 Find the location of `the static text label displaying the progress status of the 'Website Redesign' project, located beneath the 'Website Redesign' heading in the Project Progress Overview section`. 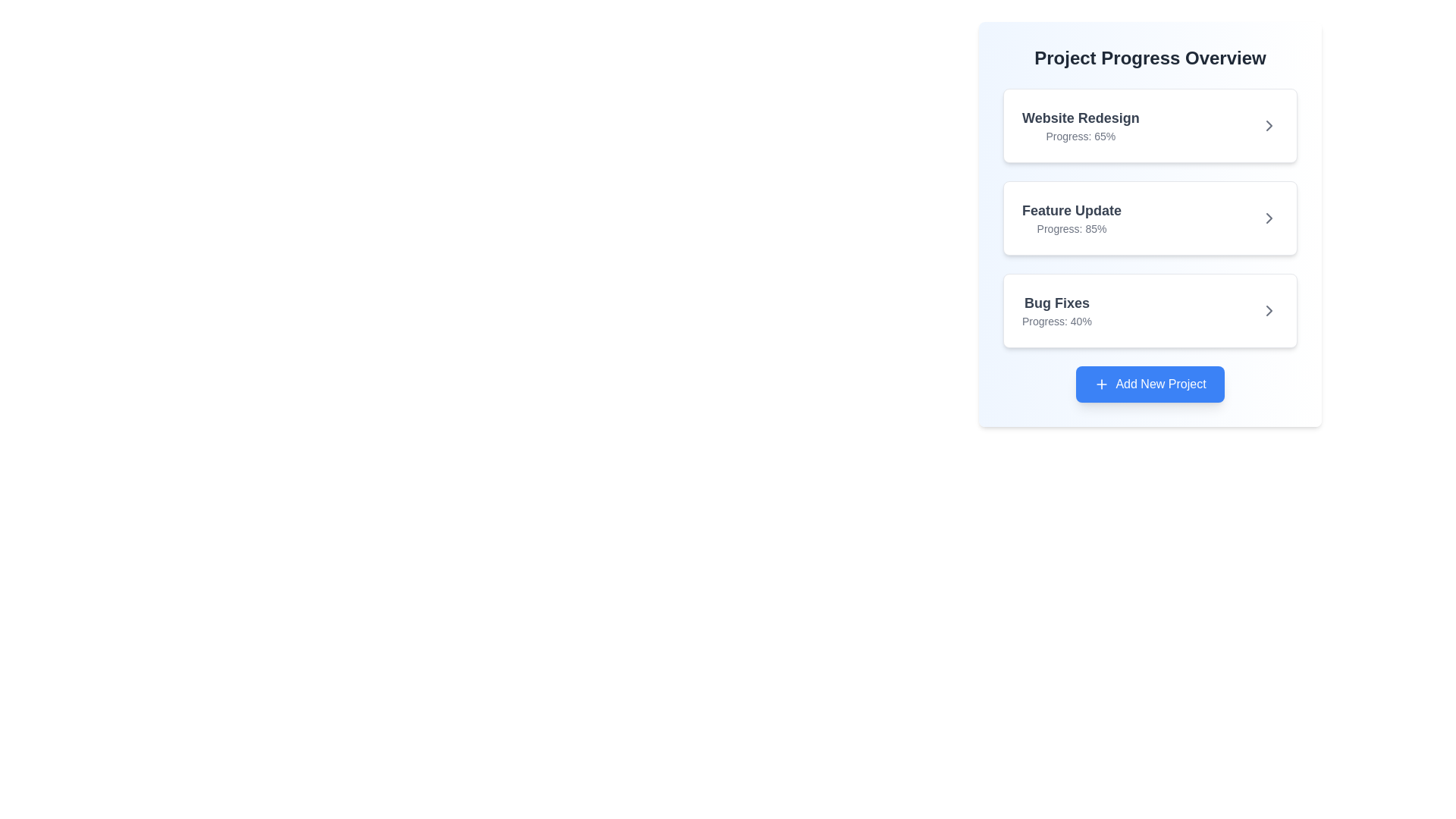

the static text label displaying the progress status of the 'Website Redesign' project, located beneath the 'Website Redesign' heading in the Project Progress Overview section is located at coordinates (1080, 136).